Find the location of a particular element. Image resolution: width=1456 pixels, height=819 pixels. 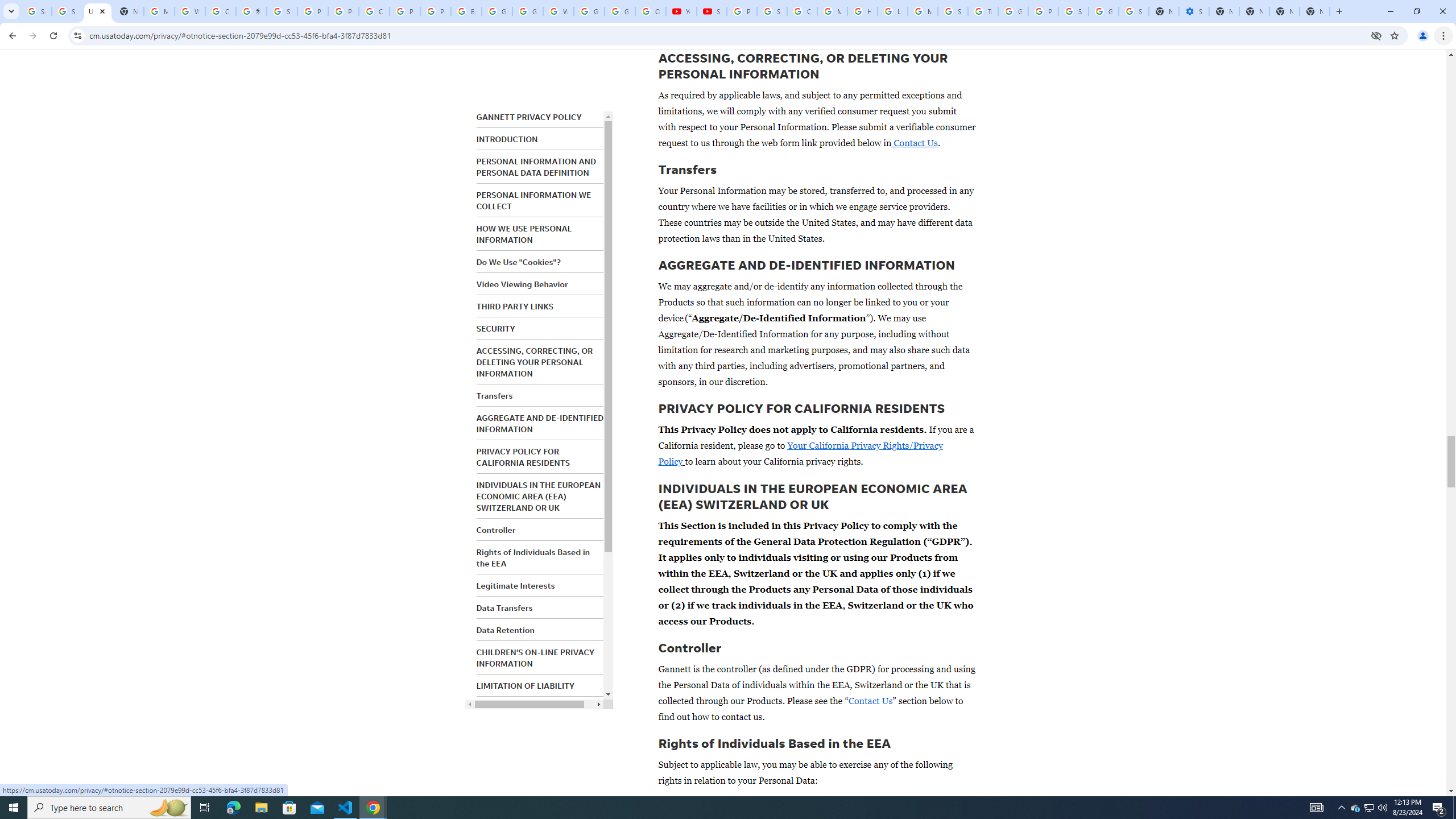

'THIRD PARTY LINKS' is located at coordinates (514, 307).